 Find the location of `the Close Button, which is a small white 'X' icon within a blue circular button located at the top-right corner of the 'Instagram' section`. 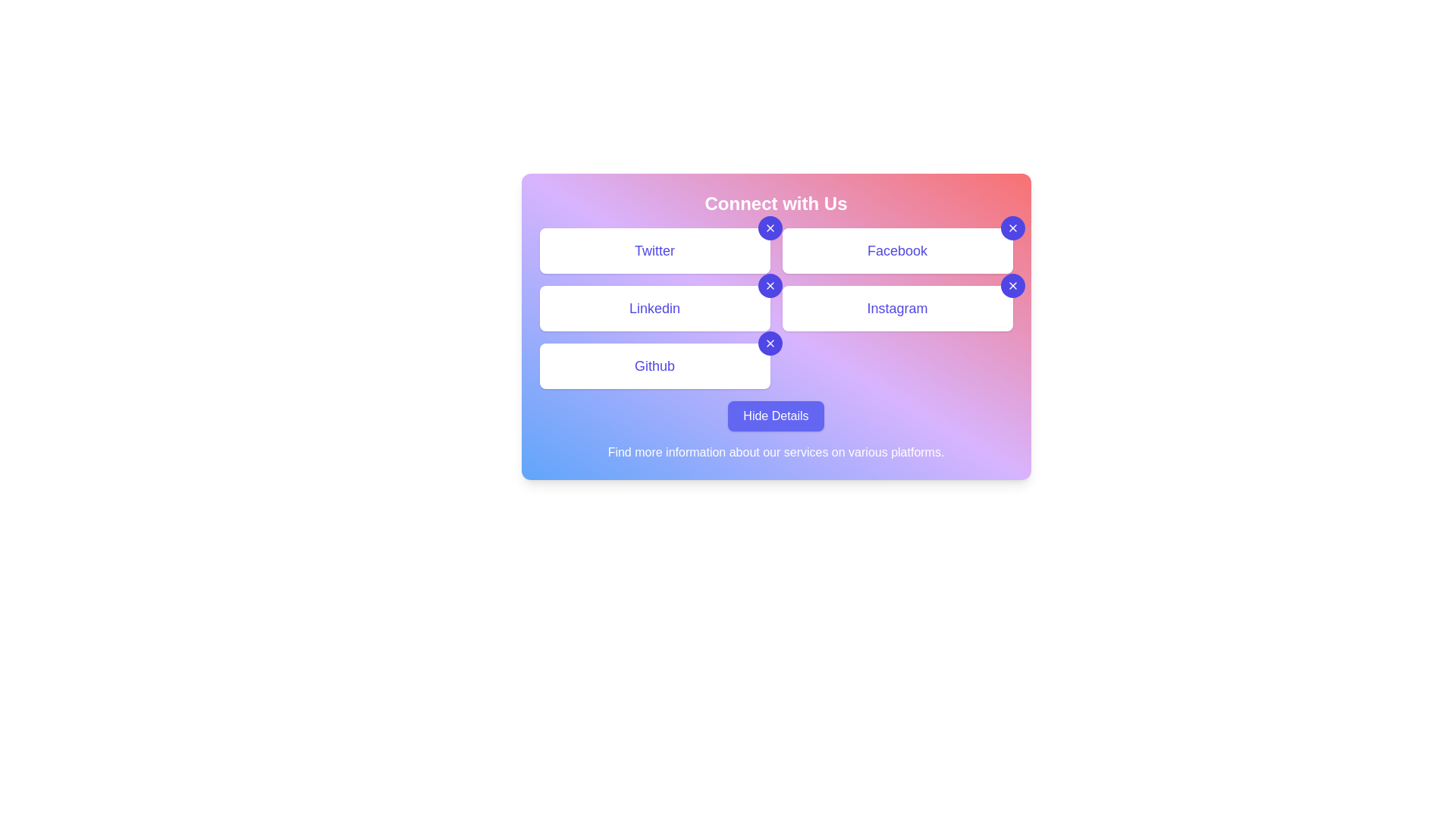

the Close Button, which is a small white 'X' icon within a blue circular button located at the top-right corner of the 'Instagram' section is located at coordinates (1012, 286).